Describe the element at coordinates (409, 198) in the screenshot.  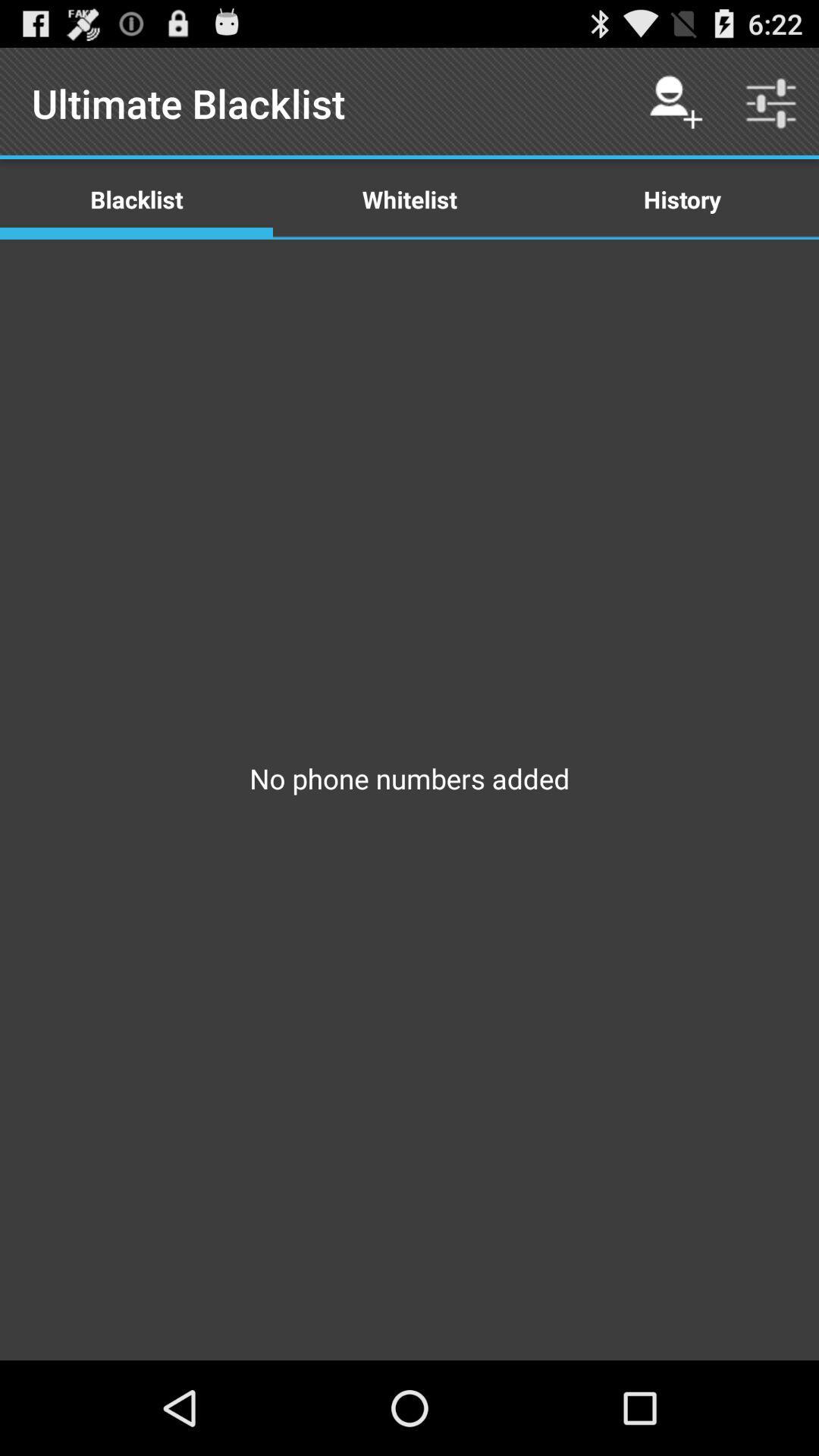
I see `whitelist` at that location.